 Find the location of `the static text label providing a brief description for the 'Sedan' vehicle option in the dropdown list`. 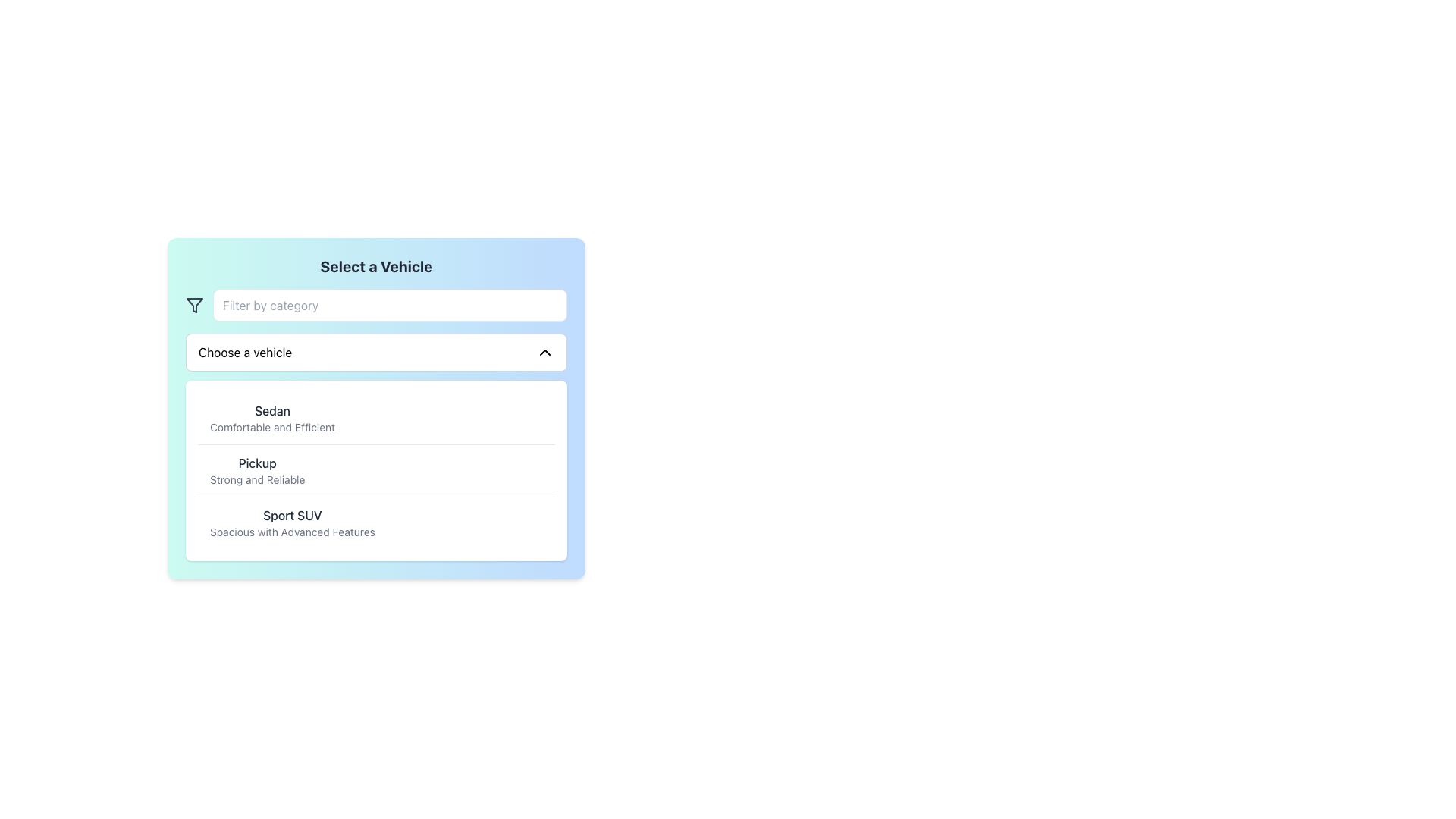

the static text label providing a brief description for the 'Sedan' vehicle option in the dropdown list is located at coordinates (272, 427).